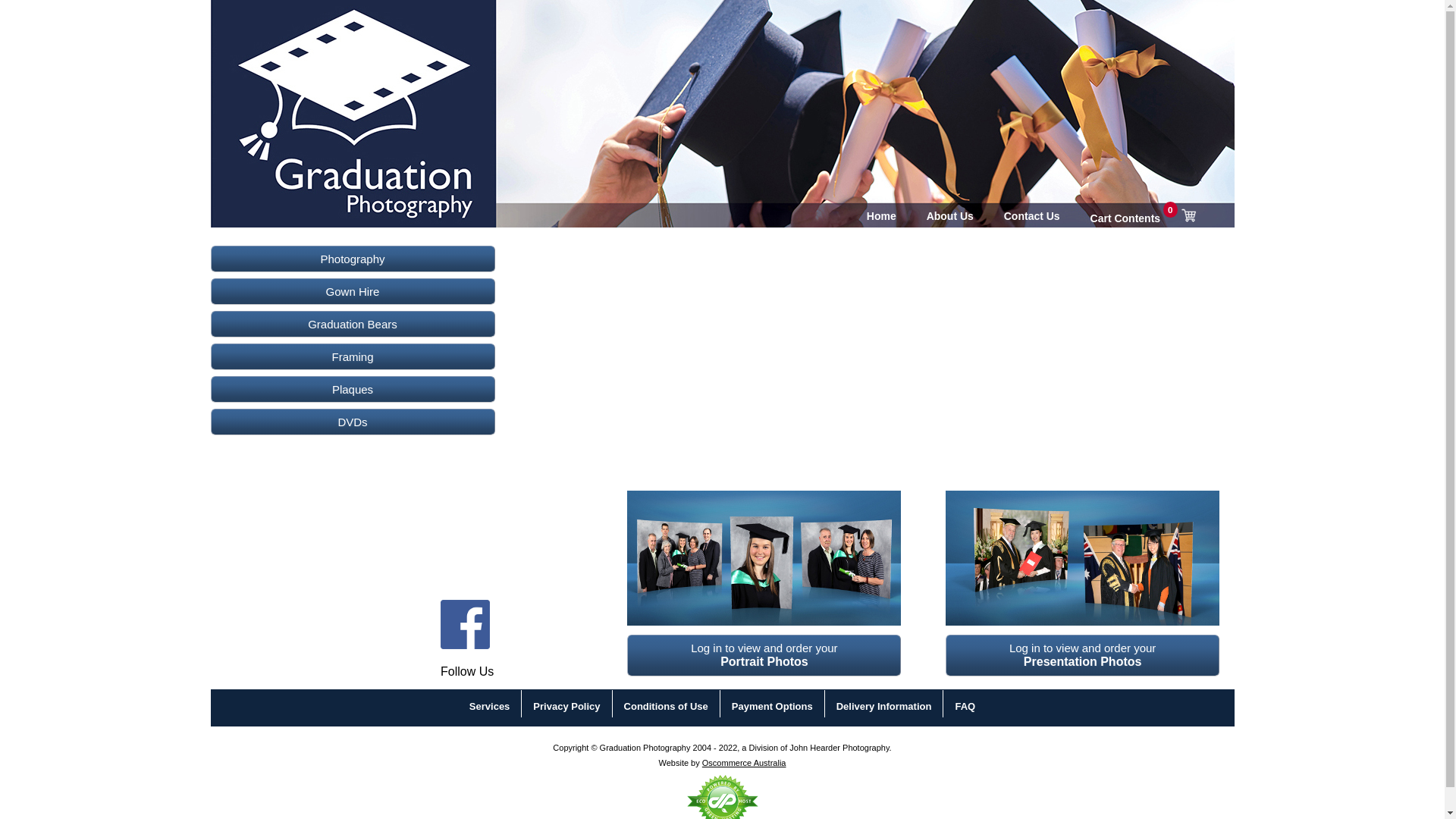 The height and width of the screenshot is (819, 1456). Describe the element at coordinates (490, 706) in the screenshot. I see `'Services'` at that location.